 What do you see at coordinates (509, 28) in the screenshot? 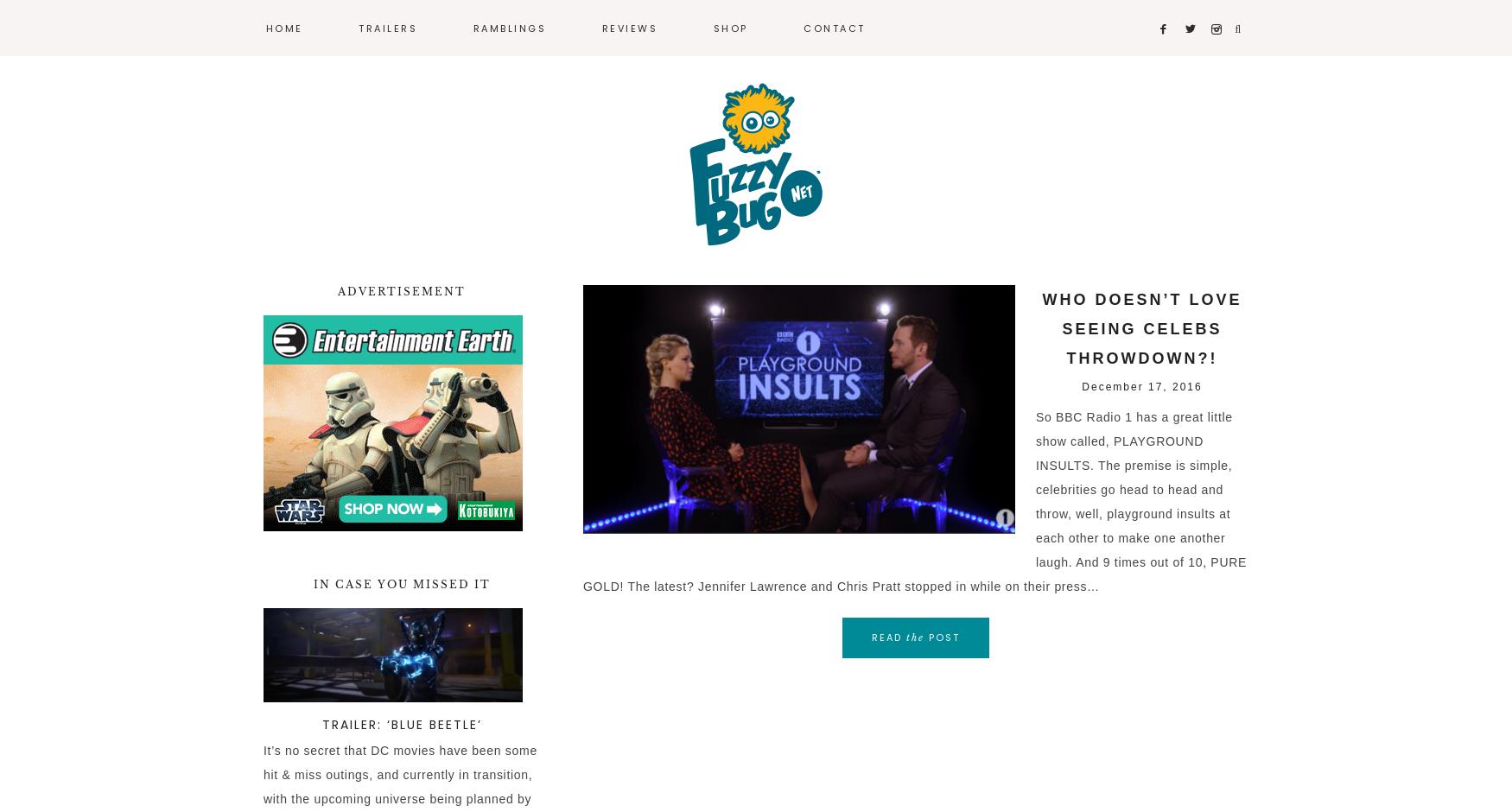
I see `'Ramblings'` at bounding box center [509, 28].